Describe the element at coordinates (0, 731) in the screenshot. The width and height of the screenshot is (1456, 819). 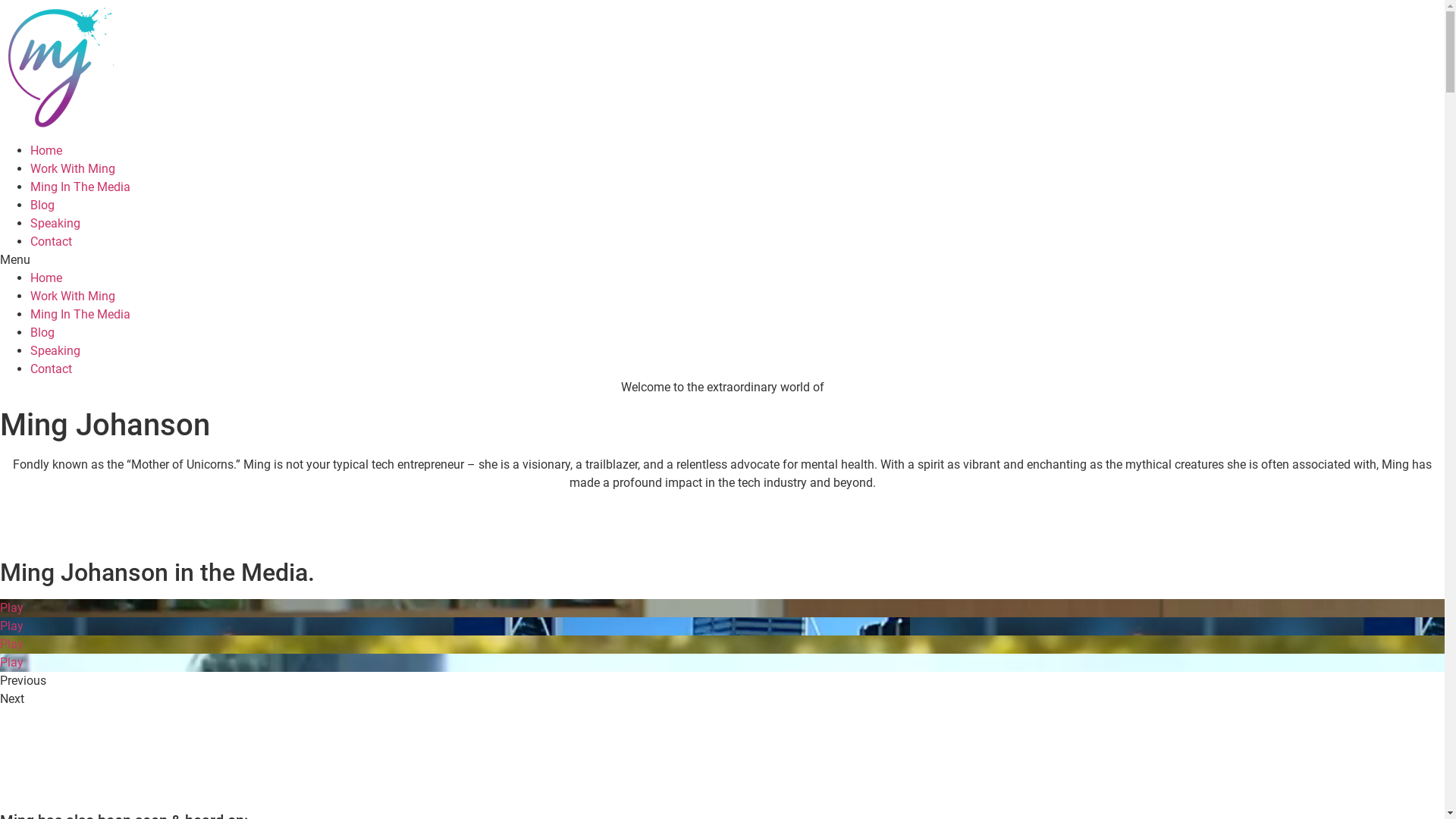
I see `'Watch More of Ming In The Media'` at that location.